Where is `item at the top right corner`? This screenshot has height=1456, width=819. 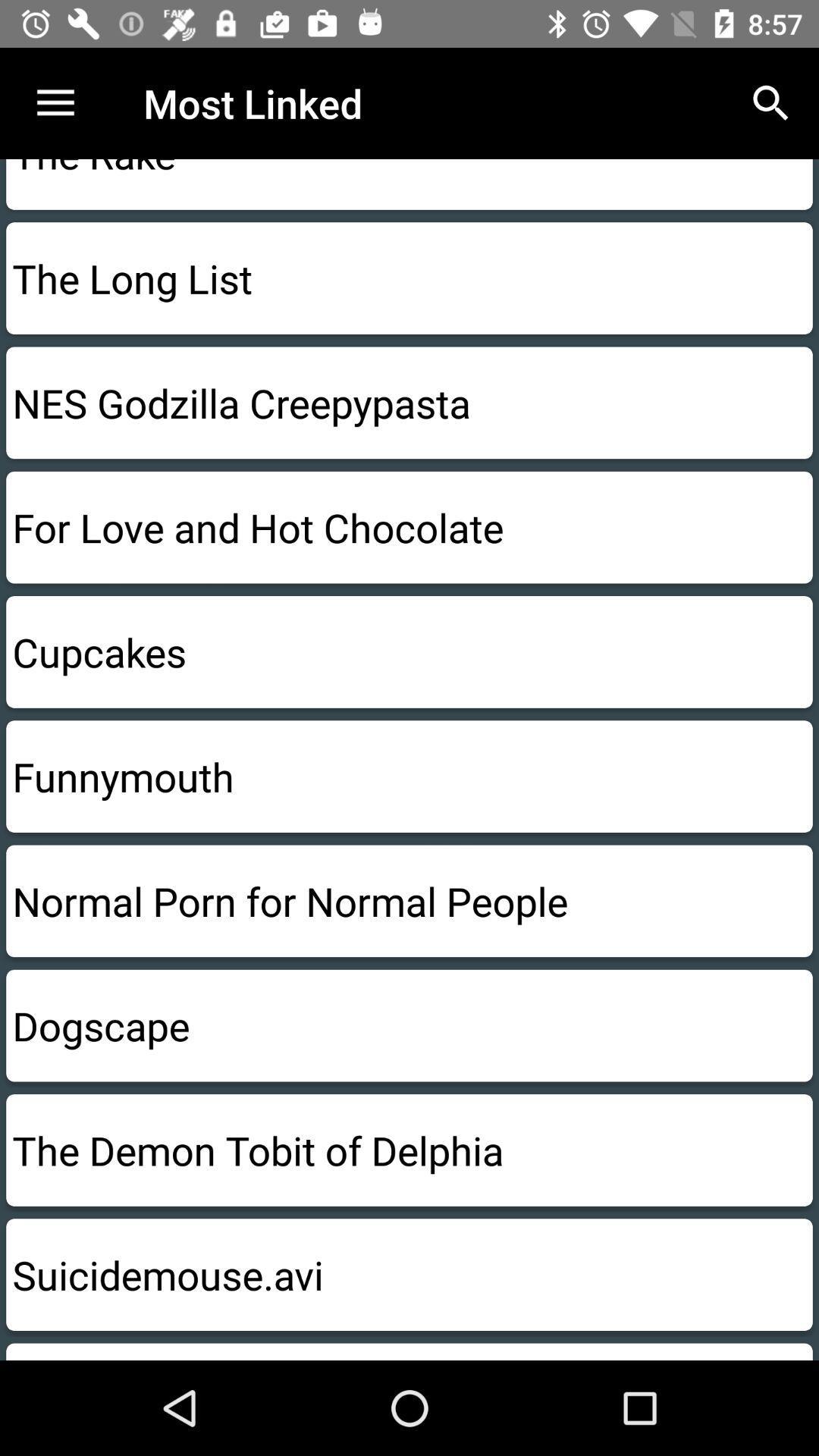
item at the top right corner is located at coordinates (771, 102).